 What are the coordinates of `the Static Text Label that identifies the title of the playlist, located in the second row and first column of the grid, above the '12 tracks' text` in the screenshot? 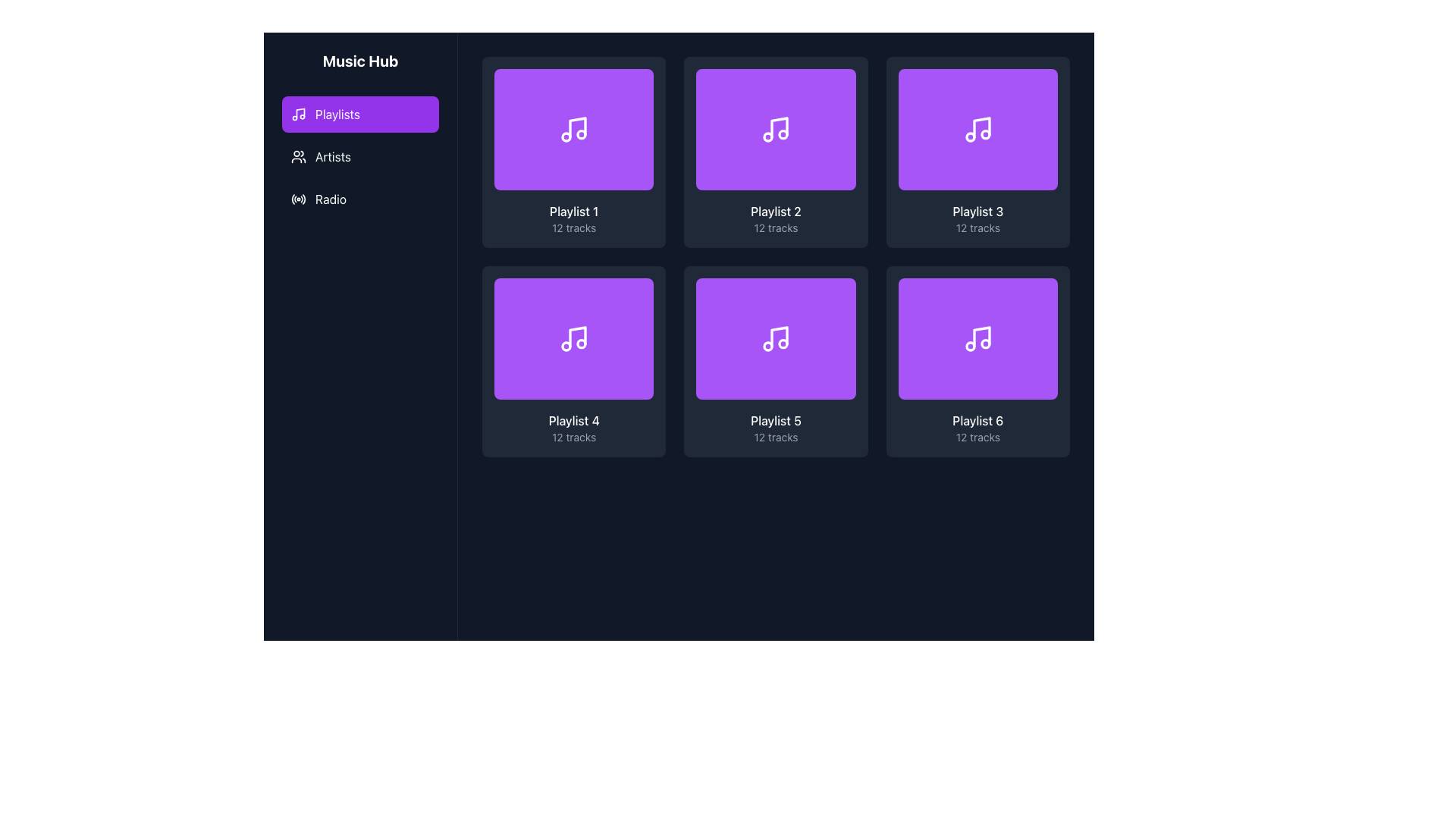 It's located at (573, 421).